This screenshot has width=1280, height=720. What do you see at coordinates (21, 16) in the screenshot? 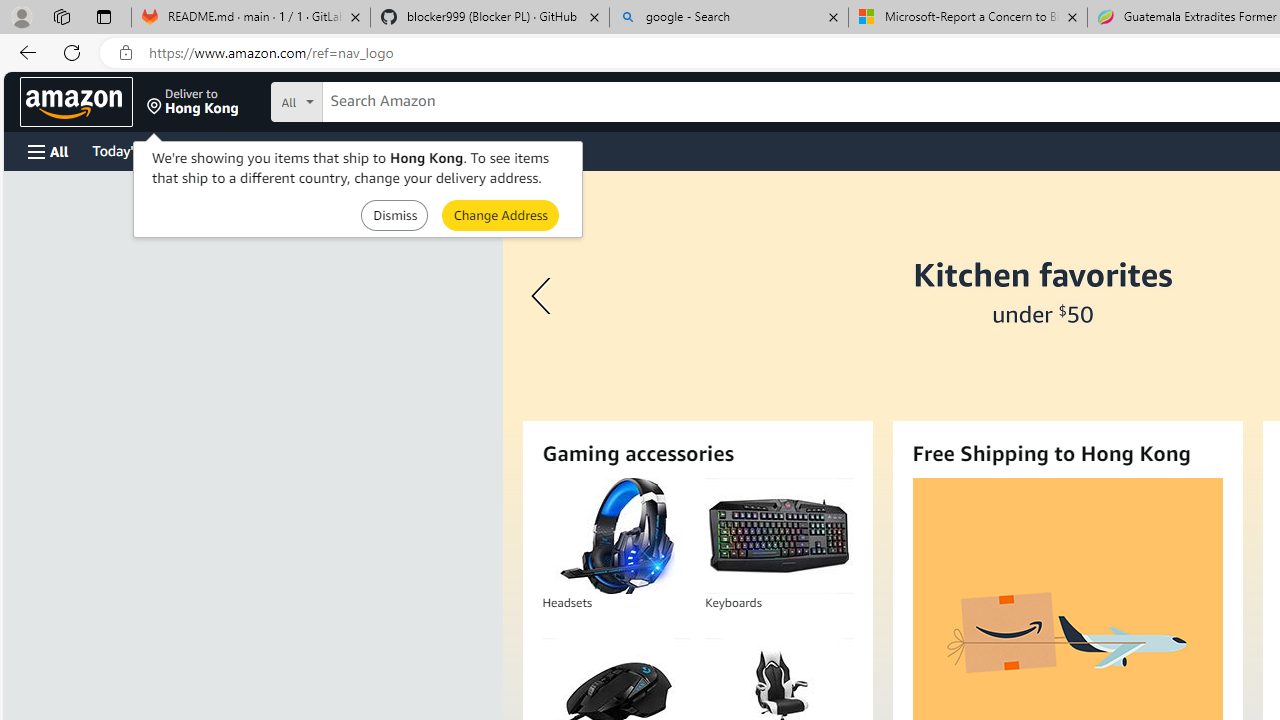
I see `'Personal Profile'` at bounding box center [21, 16].